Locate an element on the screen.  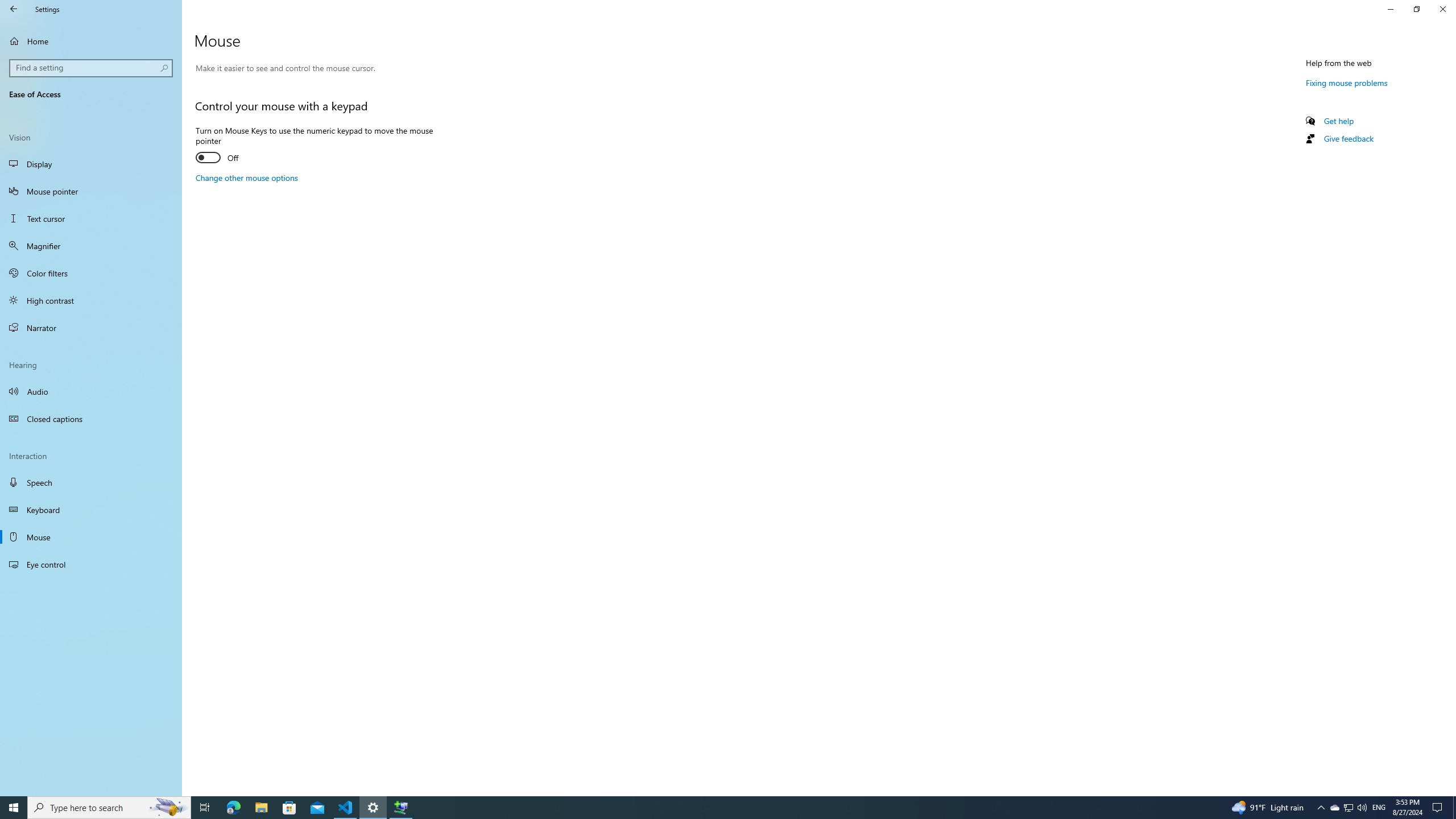
'Closed captions' is located at coordinates (90, 418).